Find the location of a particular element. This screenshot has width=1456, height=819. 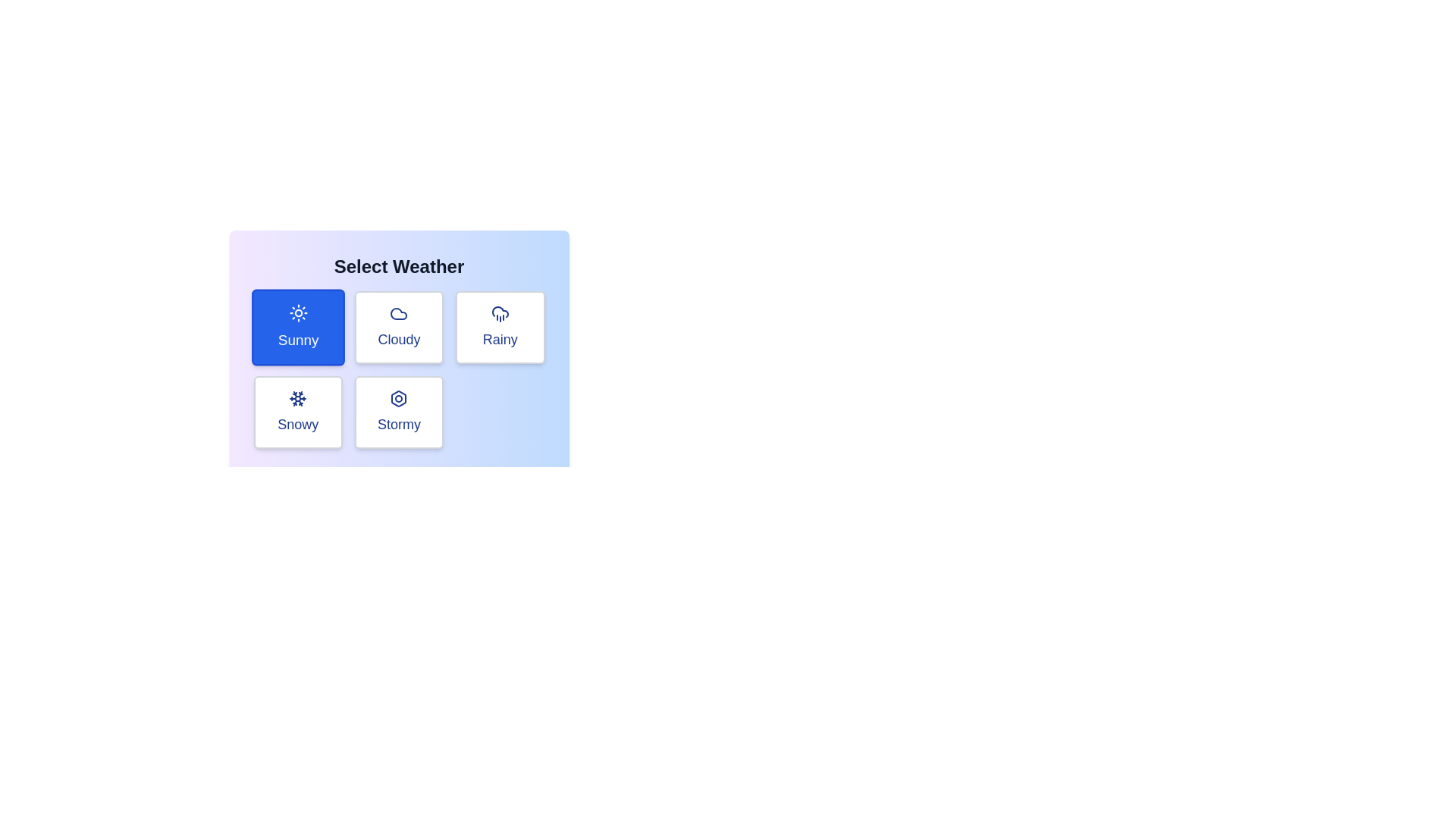

the small cloud-shaped icon outlined in a thin stroke, located in the middle of the weather option labeled 'Cloudy', positioned in the top row, second column from the left is located at coordinates (399, 312).